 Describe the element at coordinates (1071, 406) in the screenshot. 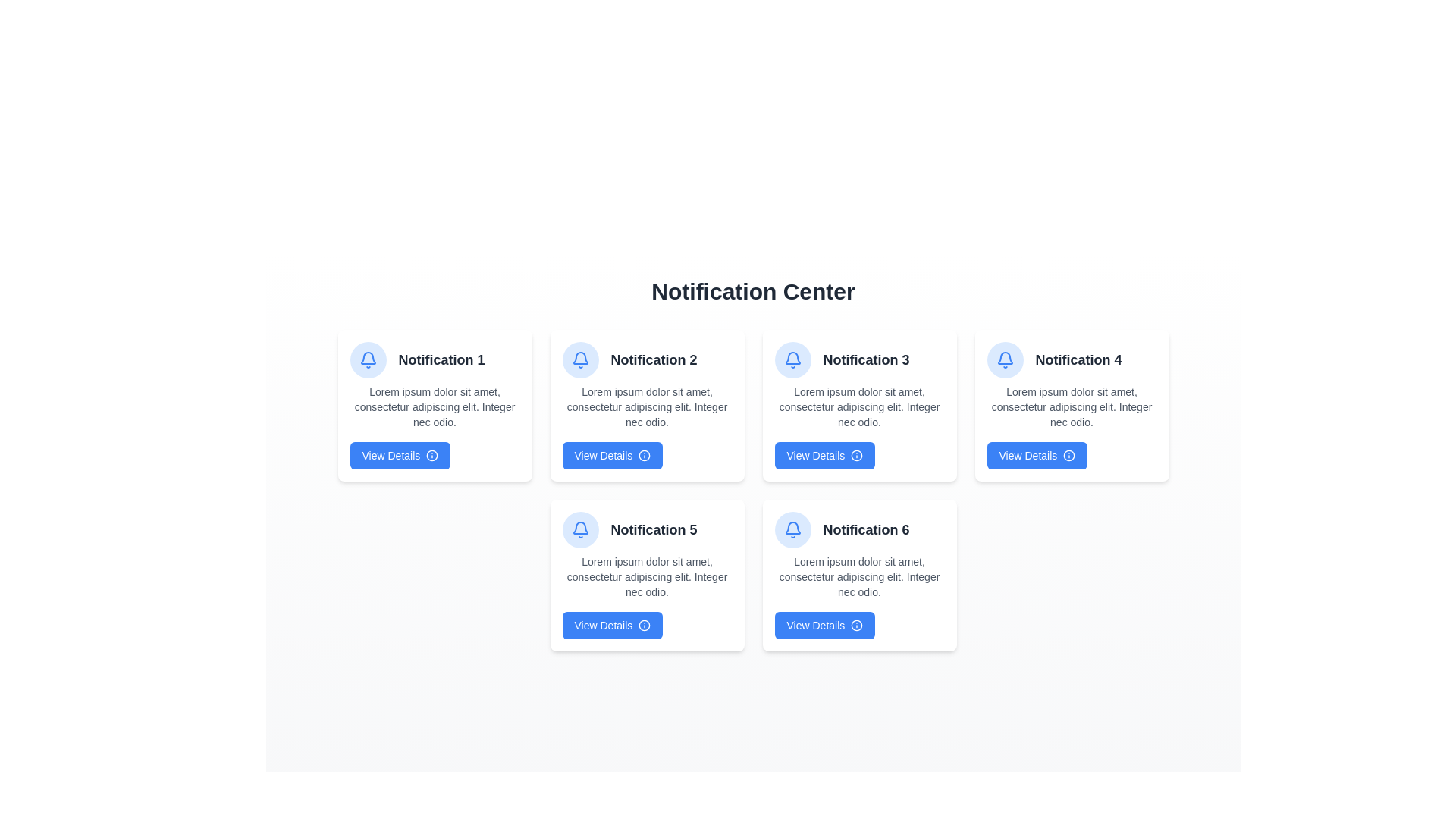

I see `the text block containing the message 'Lorem ipsum dolor sit amet, consectetur adipiscing elit. Integer nec odio.' which is positioned below 'Notification 4' and above the 'View Details' button` at that location.